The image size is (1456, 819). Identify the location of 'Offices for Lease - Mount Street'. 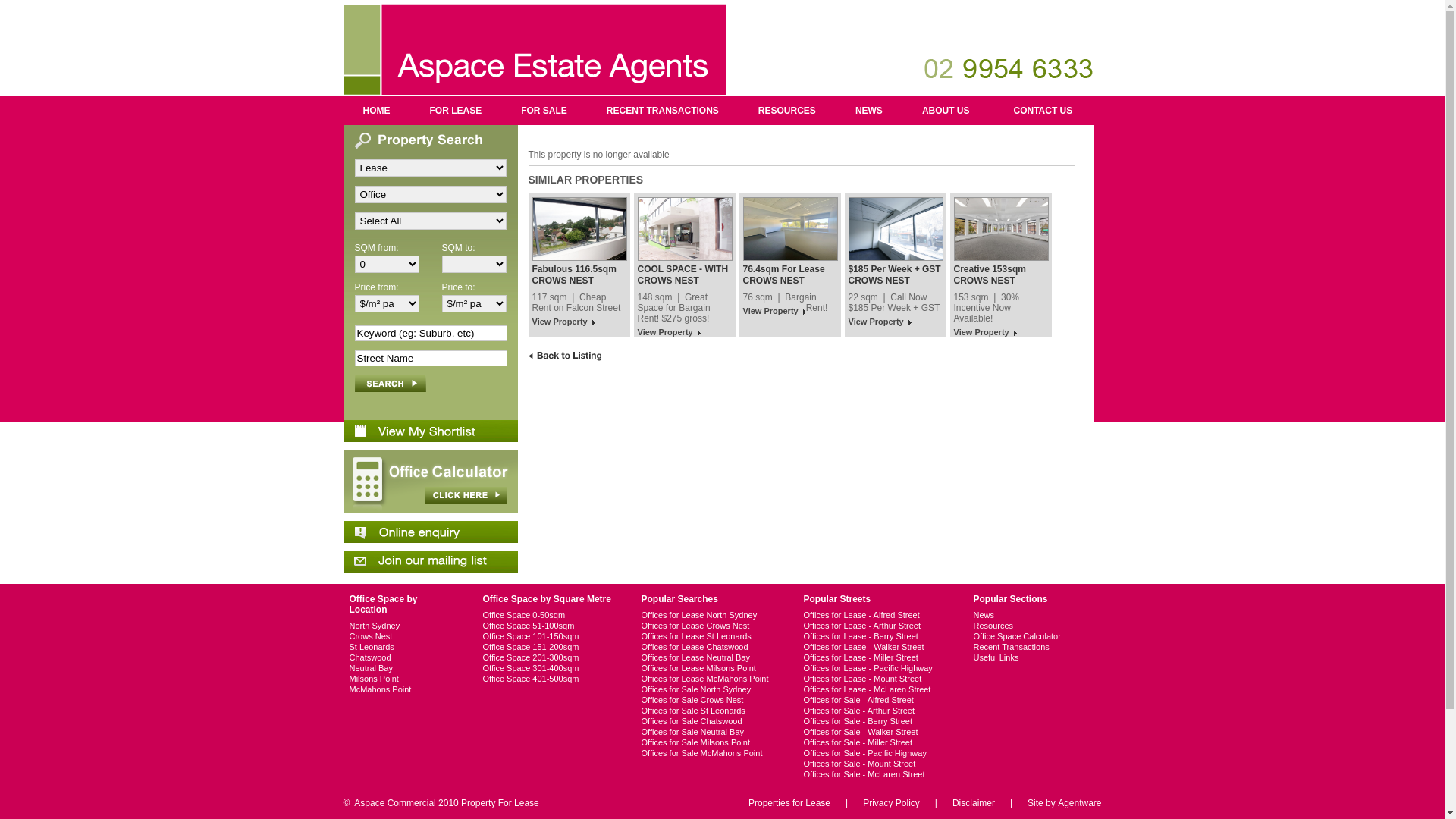
(876, 677).